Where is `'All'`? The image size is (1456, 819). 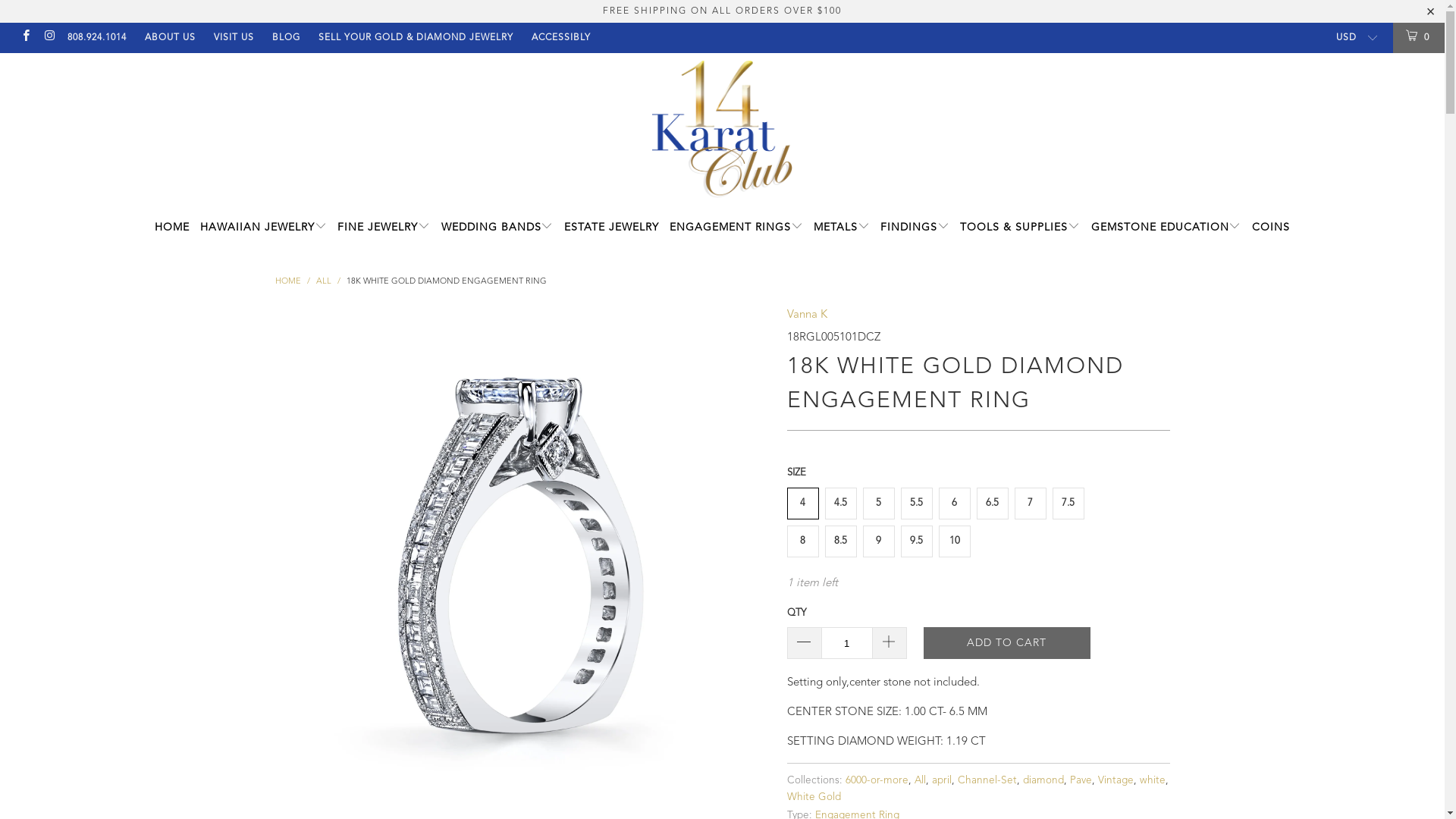
'All' is located at coordinates (919, 780).